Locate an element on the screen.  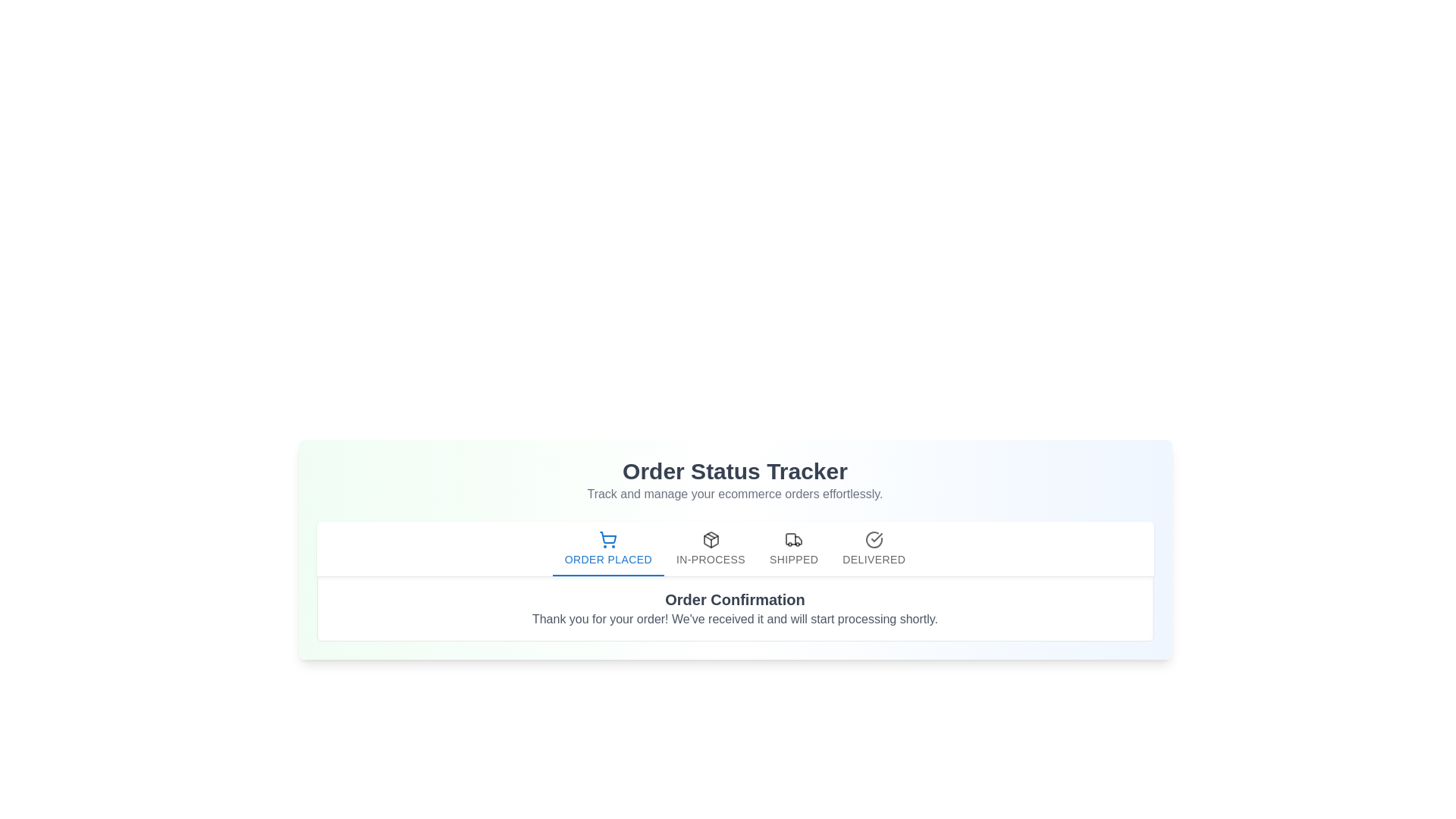
the tab navigation bar that functions as a status tracker for order processes, positioned under 'Order Status Tracker' and above 'Order Confirmation' is located at coordinates (735, 549).